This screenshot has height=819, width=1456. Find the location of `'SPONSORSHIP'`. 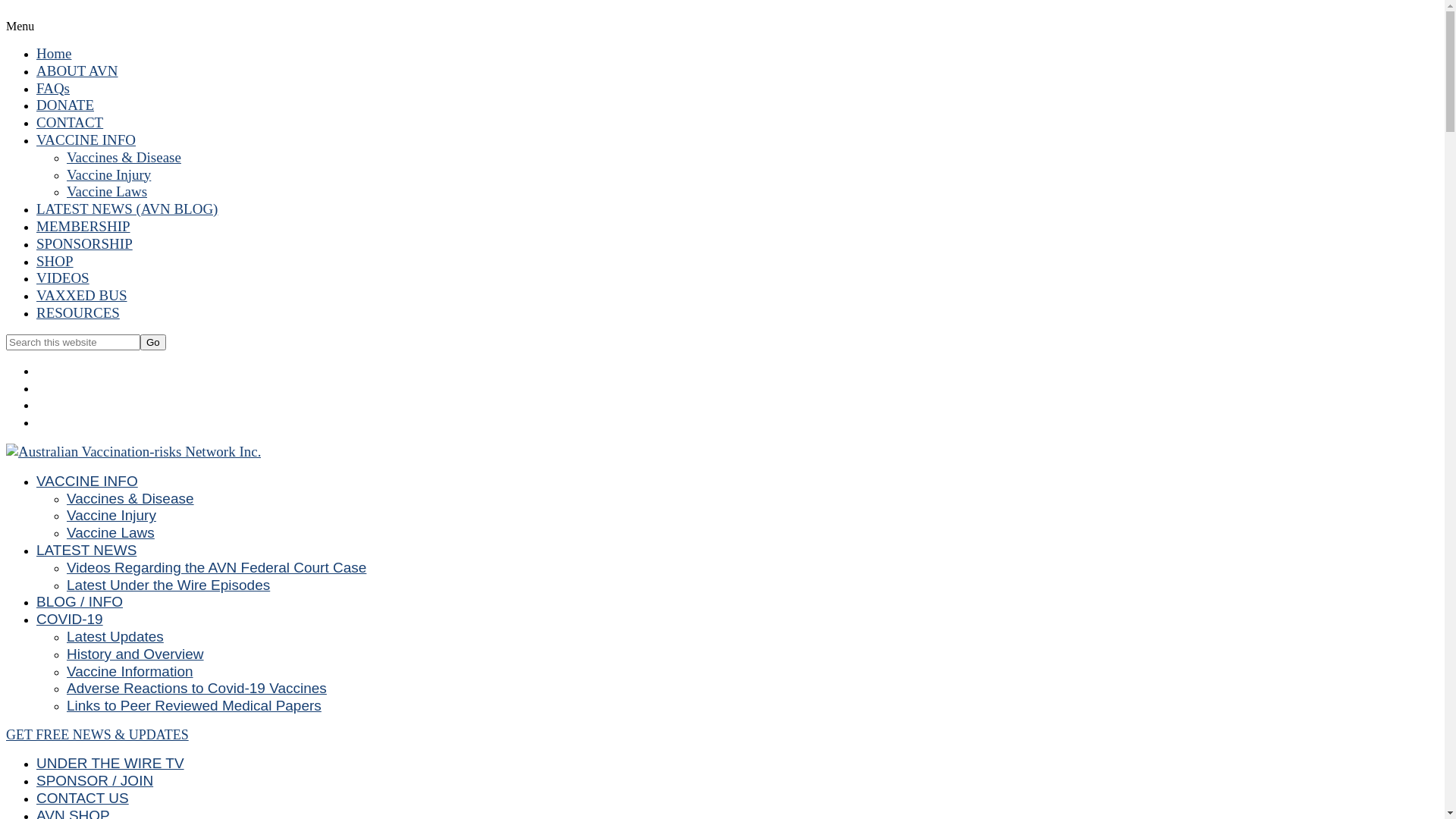

'SPONSORSHIP' is located at coordinates (83, 243).